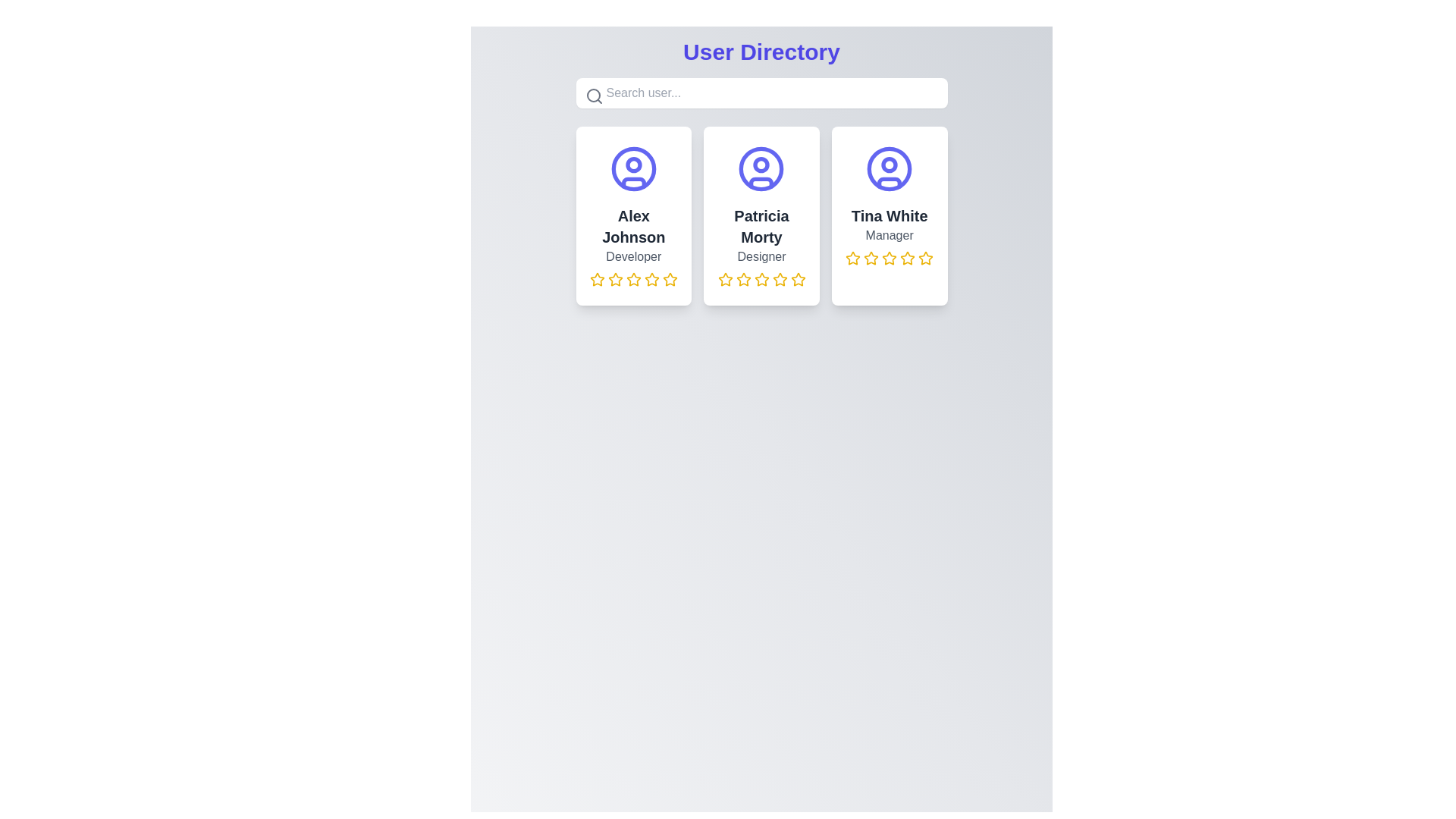 This screenshot has width=1456, height=819. I want to click on the header element that serves as a title for the user directory display, positioned above the search bar, so click(761, 52).